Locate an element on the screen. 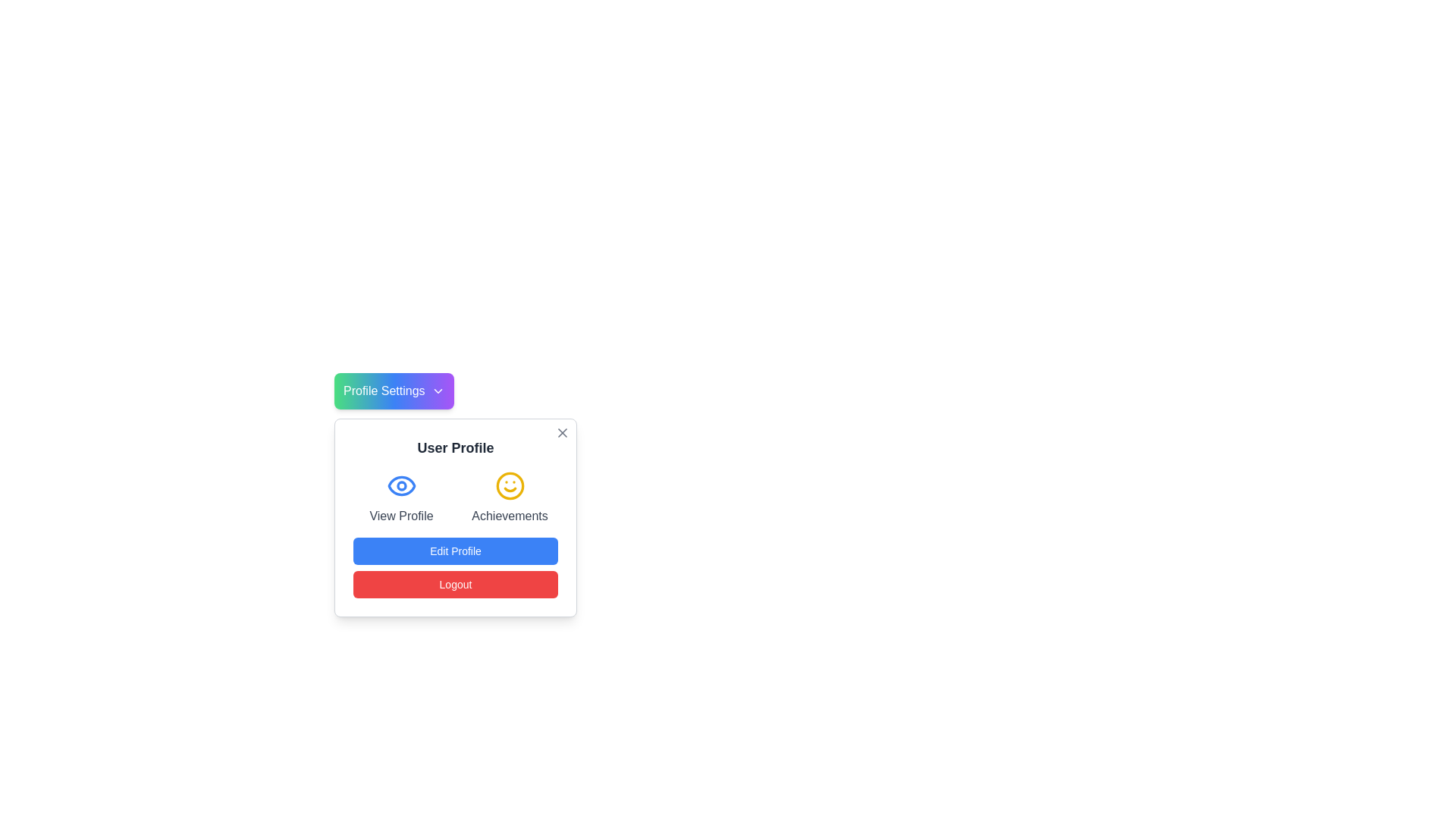  the smiley face icon representing 'Achievements' in the User Profile modal, located above the 'Achievements' label and to the right of the 'View Profile' section is located at coordinates (510, 485).